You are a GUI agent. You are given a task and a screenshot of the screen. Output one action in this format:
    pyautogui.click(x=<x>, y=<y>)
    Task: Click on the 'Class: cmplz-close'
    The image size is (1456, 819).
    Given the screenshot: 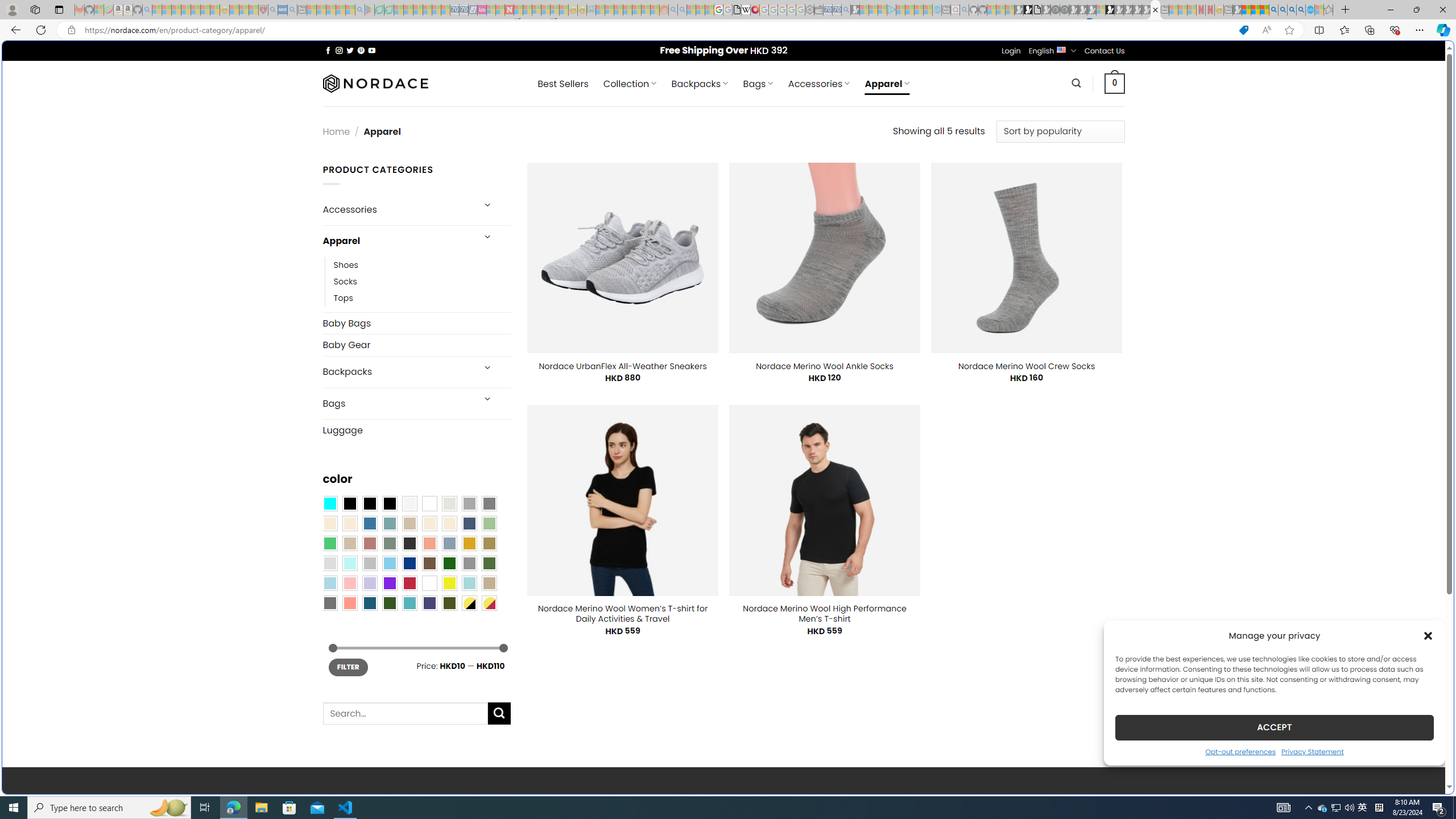 What is the action you would take?
    pyautogui.click(x=1428, y=635)
    